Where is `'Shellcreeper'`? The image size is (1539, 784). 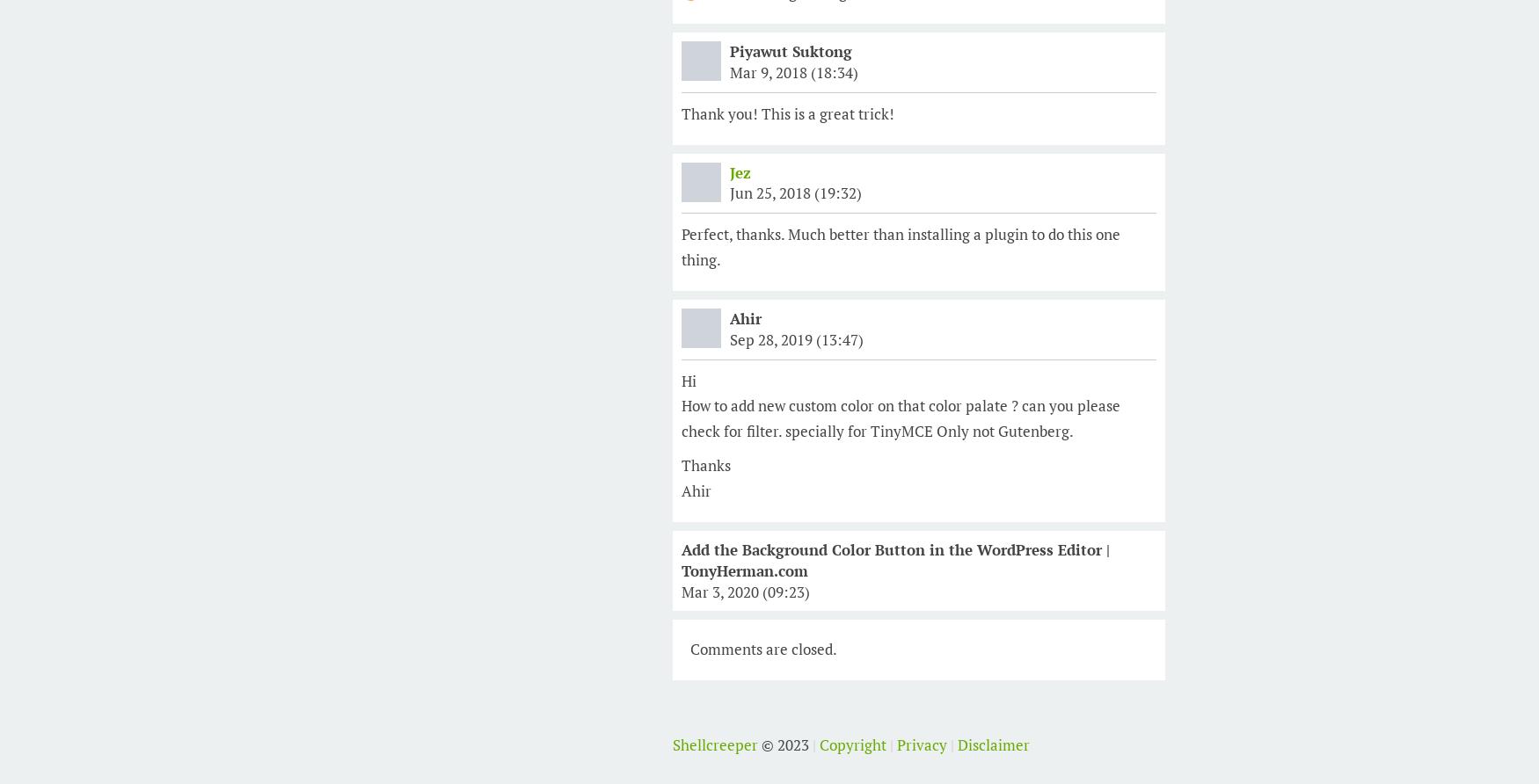
'Shellcreeper' is located at coordinates (714, 744).